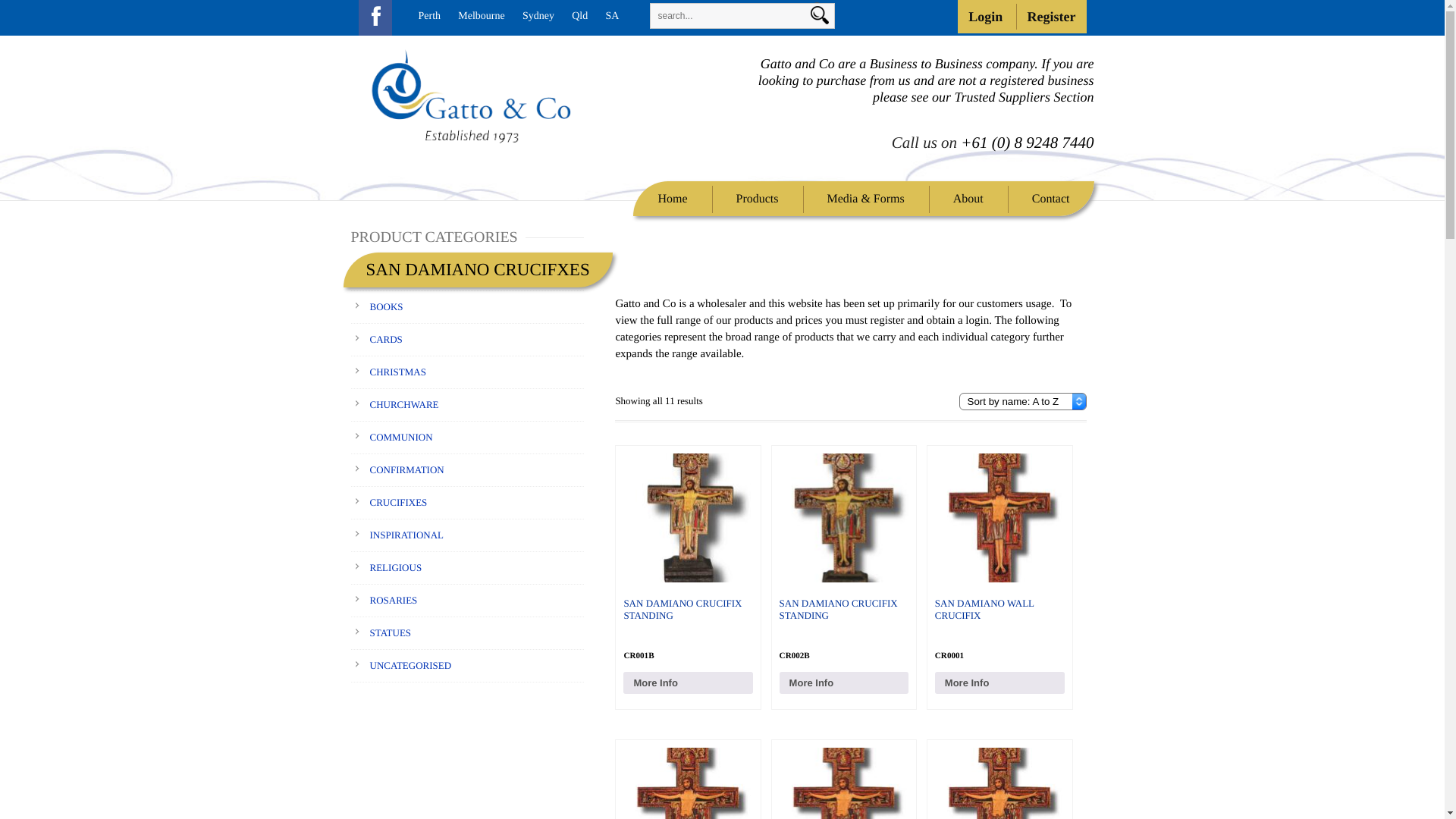 This screenshot has width=1456, height=819. Describe the element at coordinates (1051, 17) in the screenshot. I see `'Register'` at that location.